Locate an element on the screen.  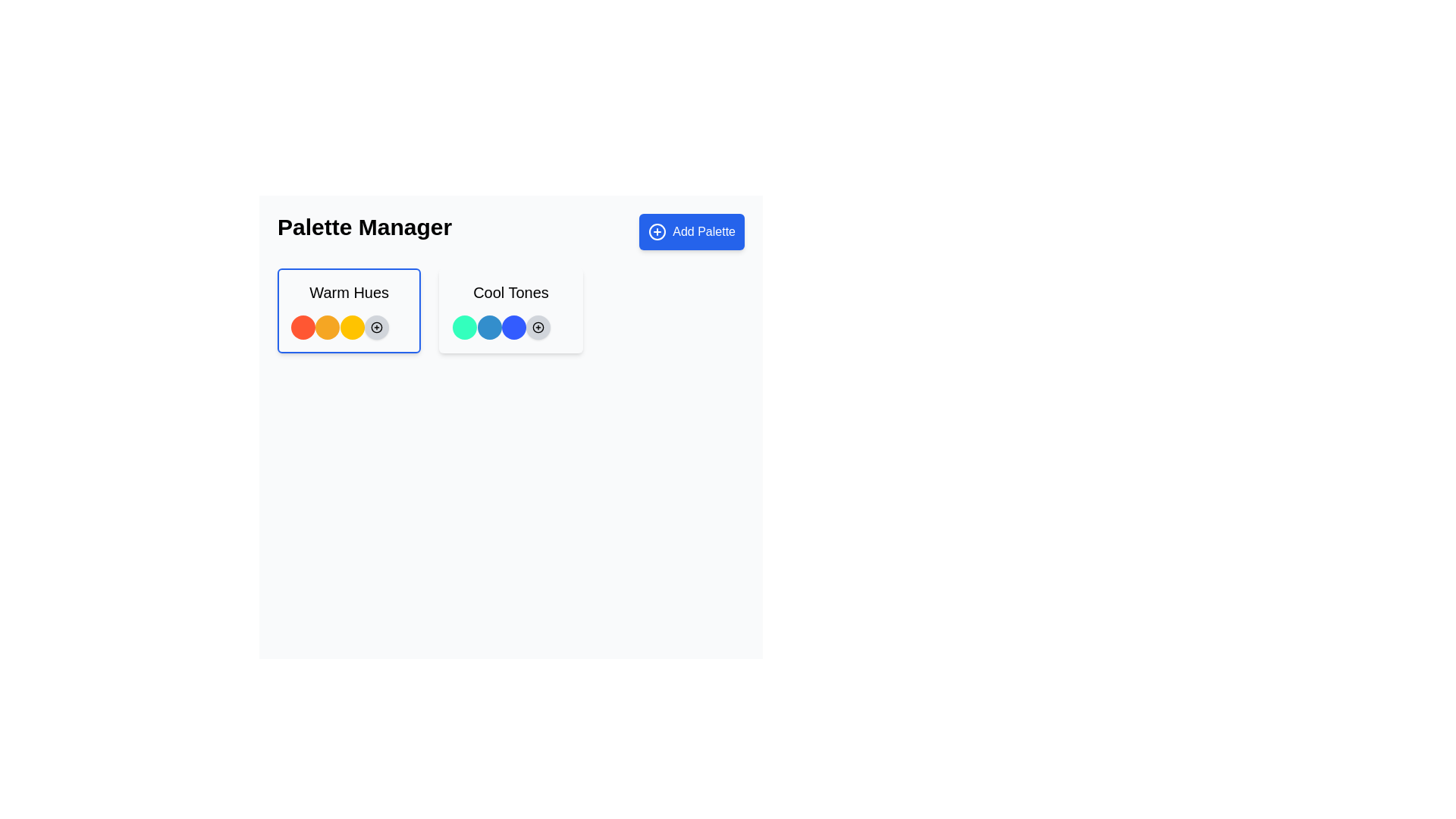
the circular button with a light gray background and a black border, located in the fourth position under the 'Warm Hues' section is located at coordinates (375, 327).